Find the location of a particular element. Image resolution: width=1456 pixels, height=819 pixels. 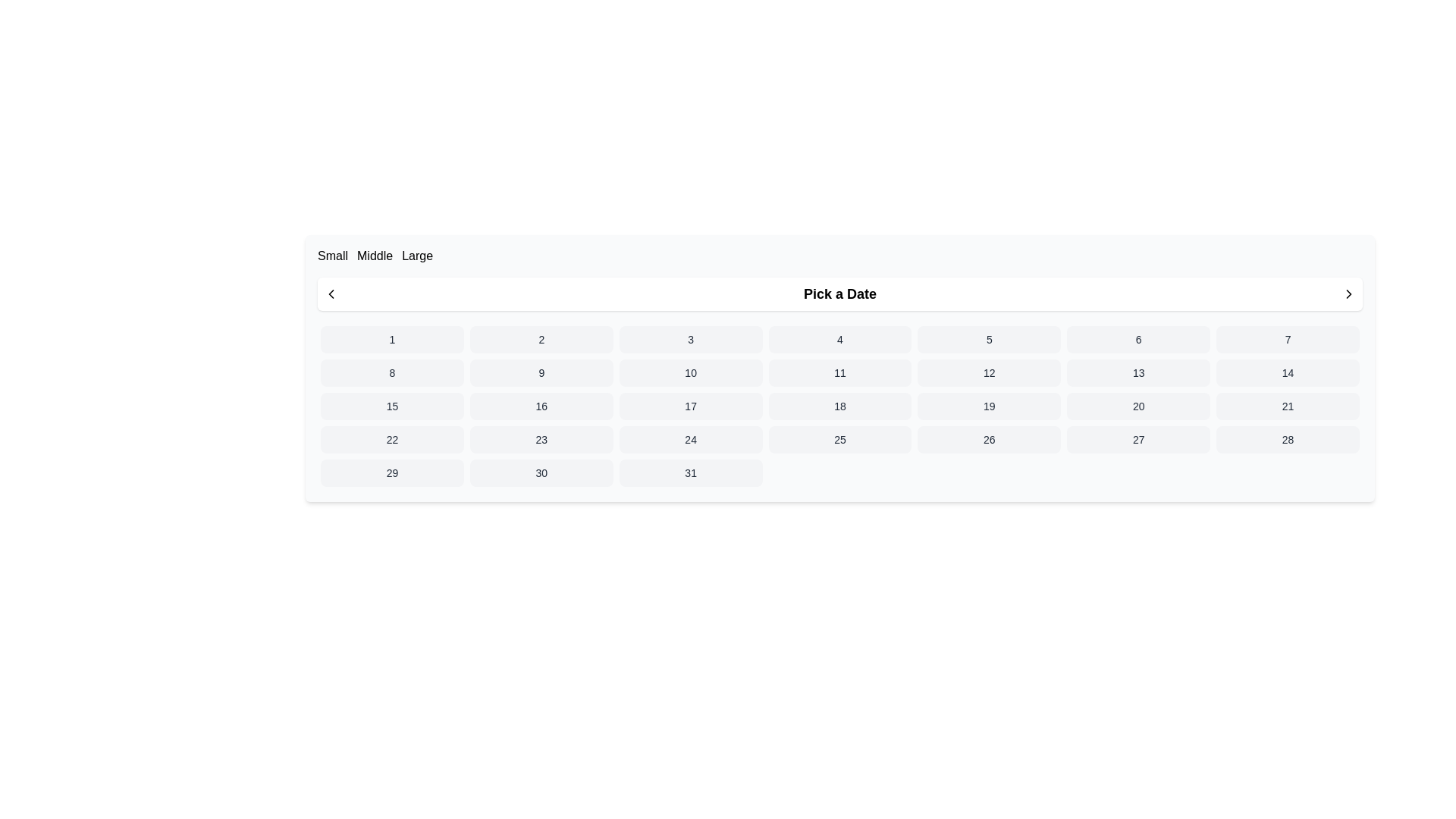

the button labeled '31' which is located in the bottom-most row of a grid layout, seventh column from the left, to change its background color is located at coordinates (690, 472).